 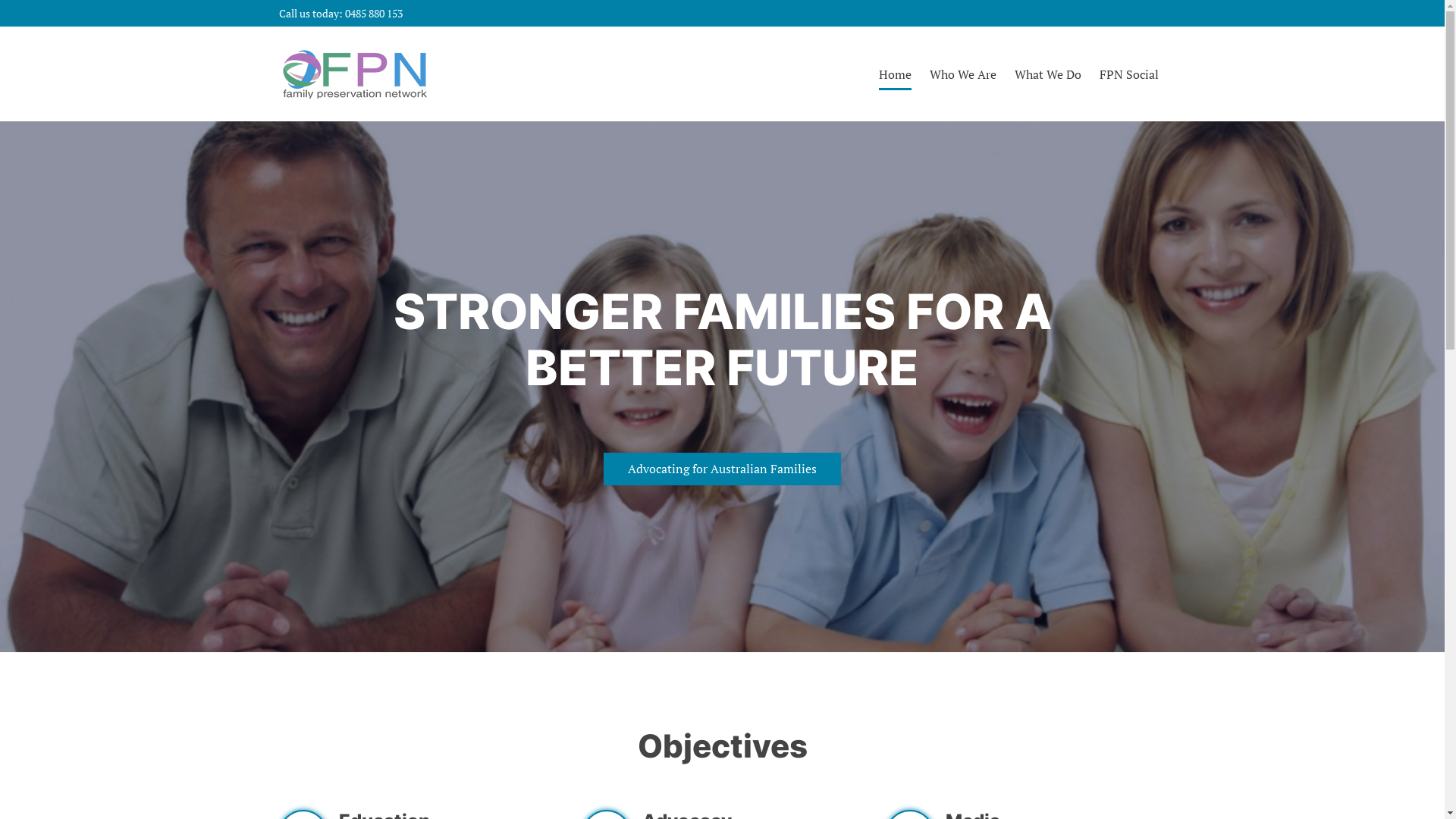 I want to click on 'Home', so click(x=894, y=73).